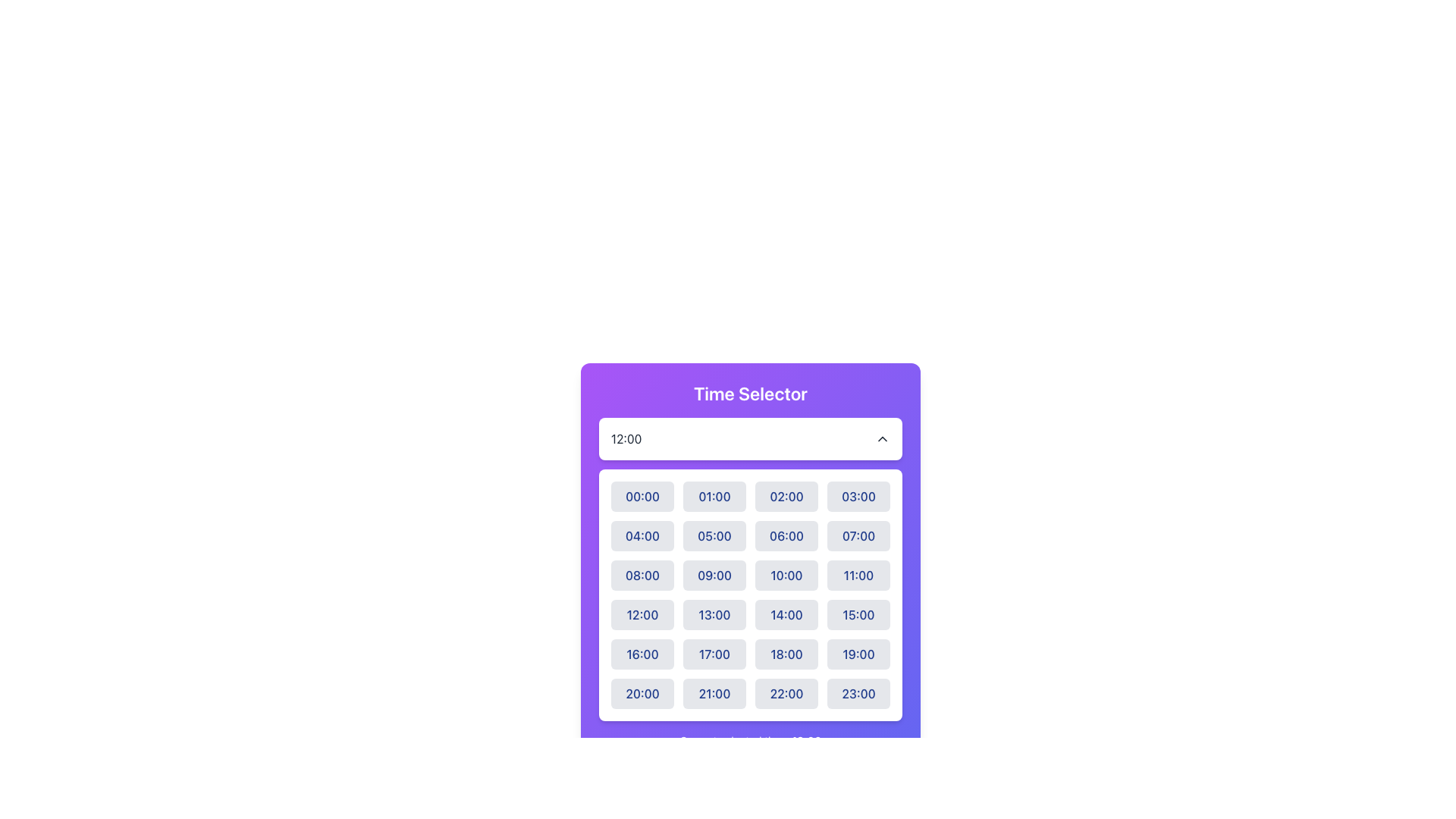  I want to click on the button located in the fifth row and first column of the time selection grid, so click(642, 693).